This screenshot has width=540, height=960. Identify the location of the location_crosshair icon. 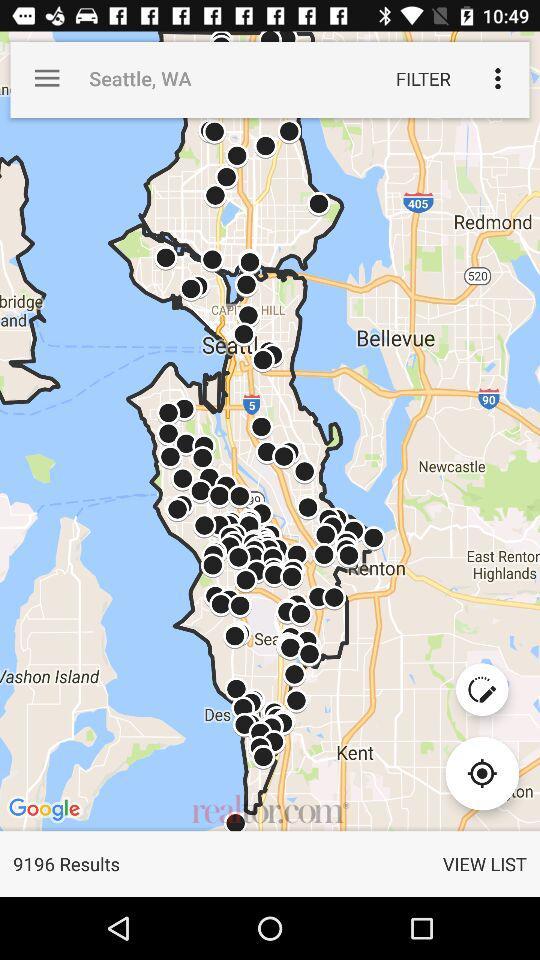
(481, 772).